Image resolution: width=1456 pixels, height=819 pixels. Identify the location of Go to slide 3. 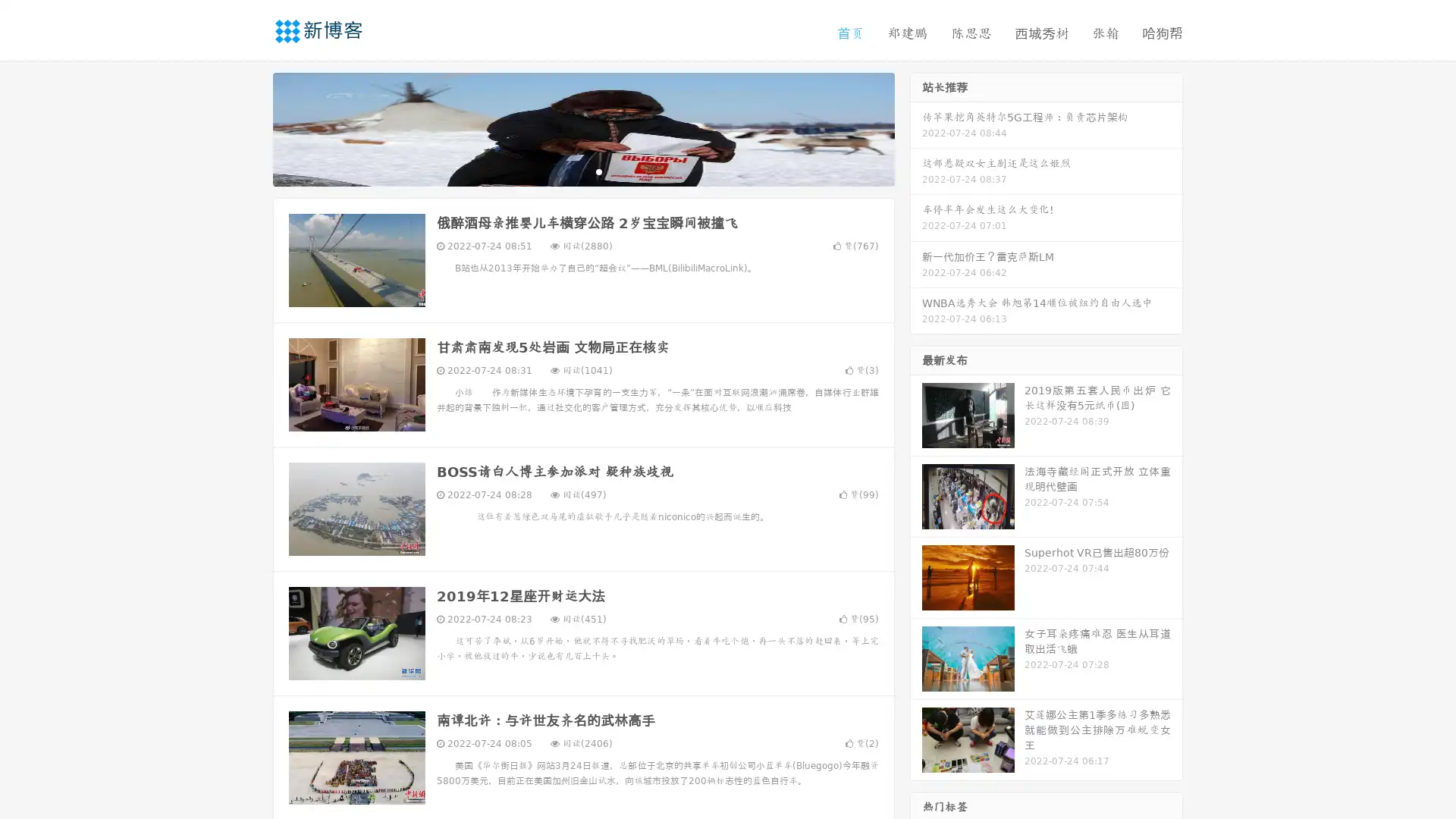
(598, 171).